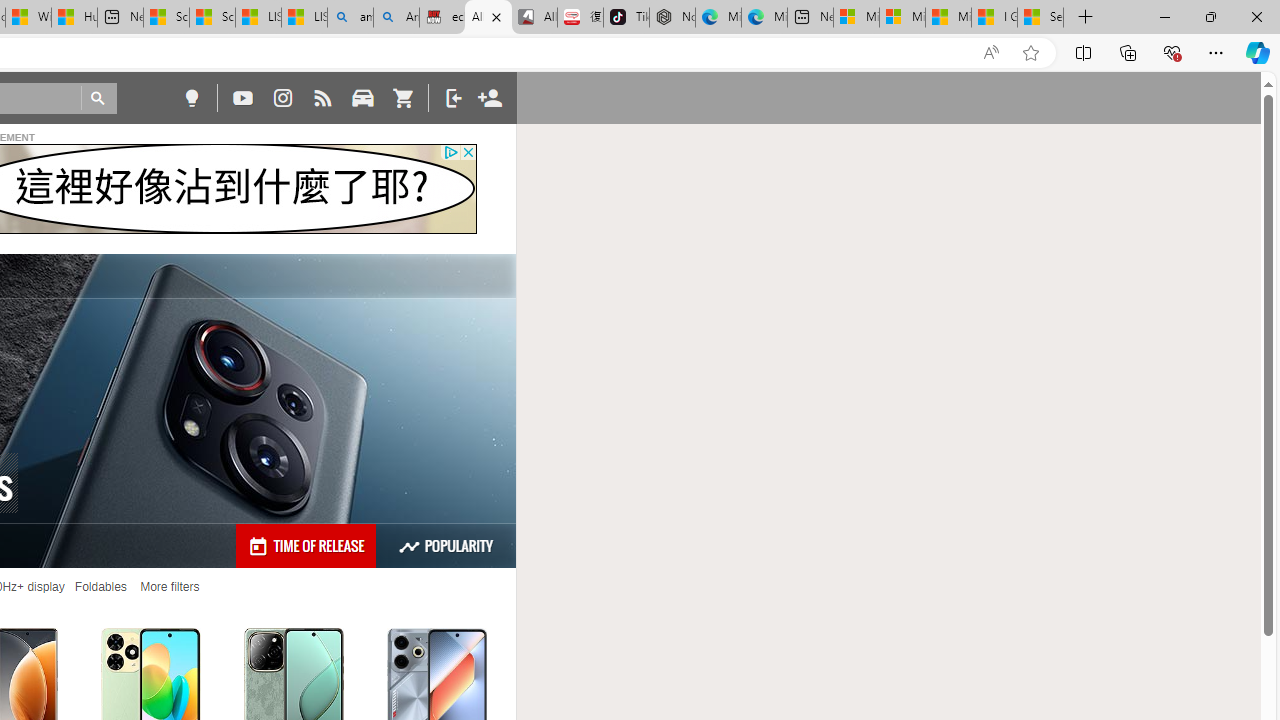 The width and height of the screenshot is (1280, 720). What do you see at coordinates (496, 17) in the screenshot?
I see `'Close tab'` at bounding box center [496, 17].